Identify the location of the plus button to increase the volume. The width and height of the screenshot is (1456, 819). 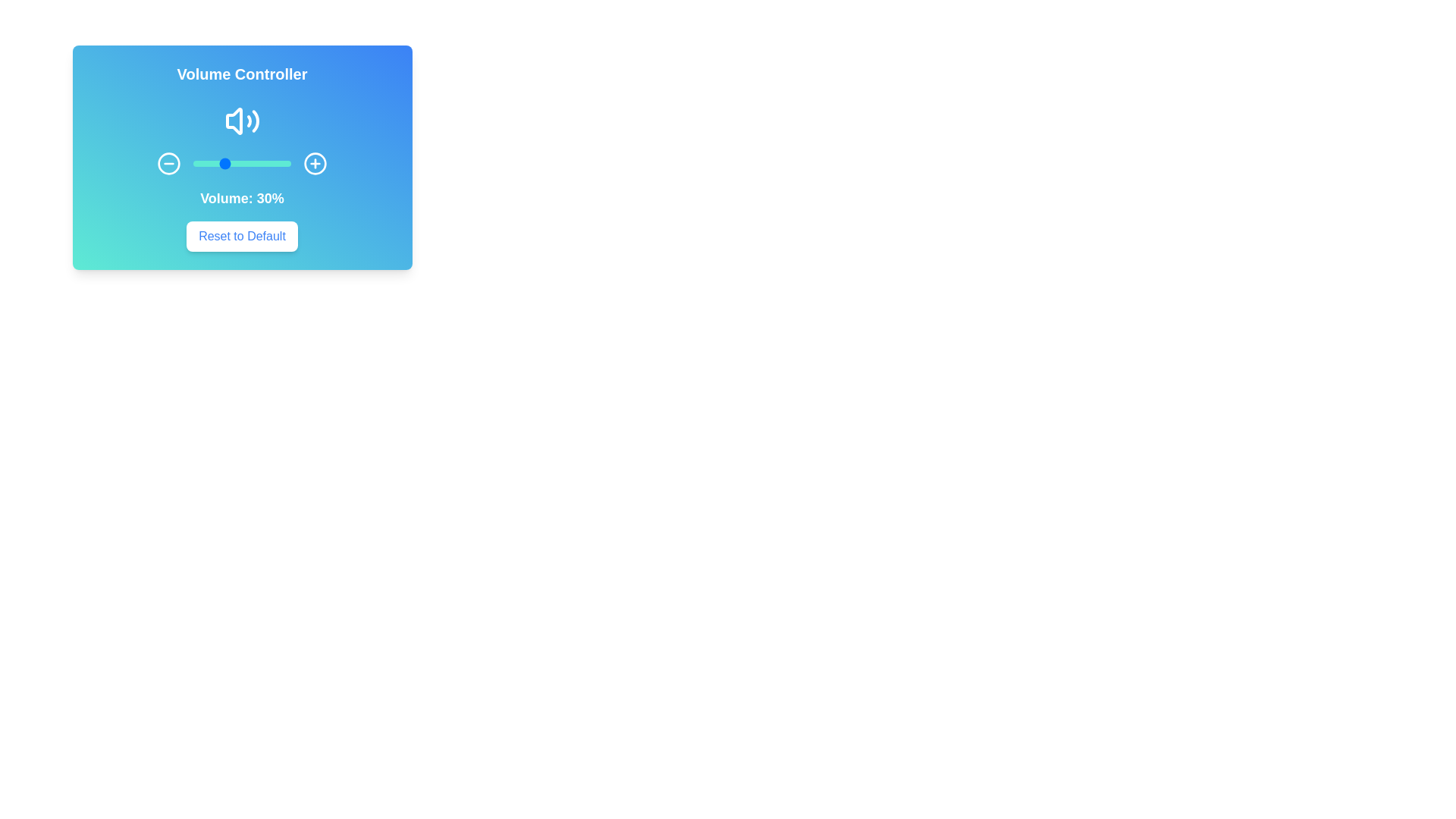
(315, 164).